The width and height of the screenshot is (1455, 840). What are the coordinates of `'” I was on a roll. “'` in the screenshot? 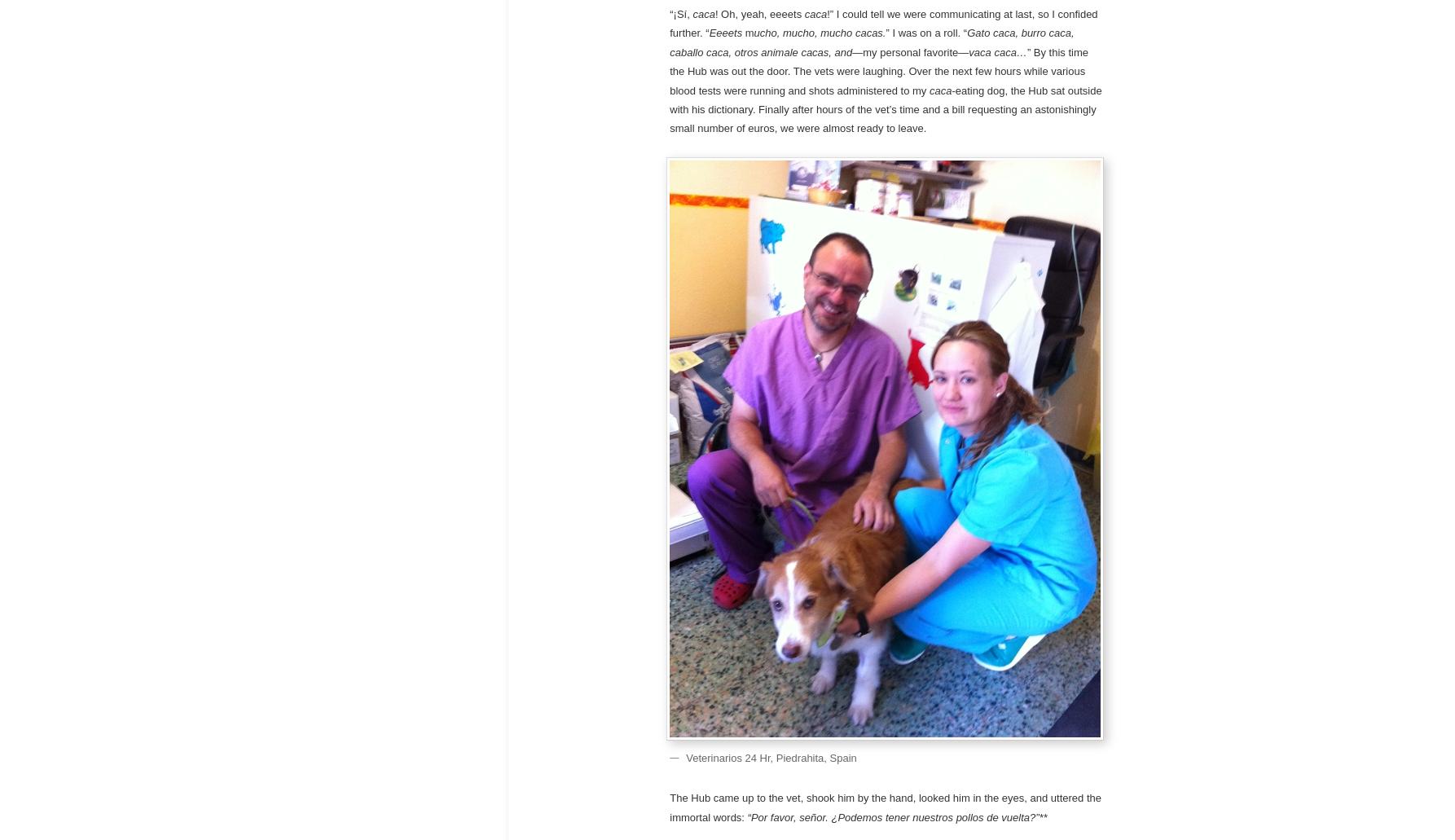 It's located at (884, 33).